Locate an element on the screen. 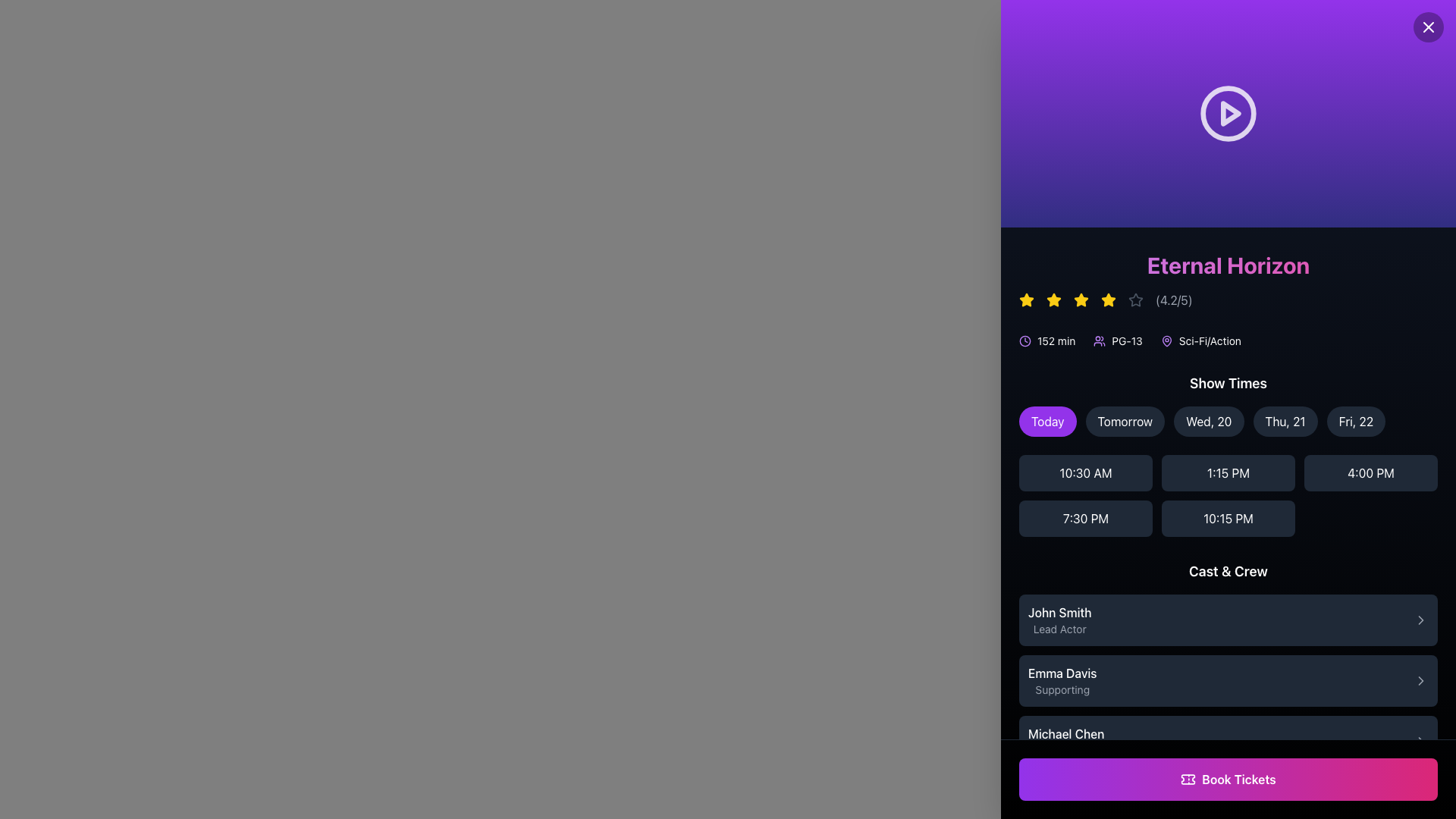 Image resolution: width=1456 pixels, height=819 pixels. the fifth interactive date selection button labeled 'Fri, 22' to change its background color is located at coordinates (1356, 421).